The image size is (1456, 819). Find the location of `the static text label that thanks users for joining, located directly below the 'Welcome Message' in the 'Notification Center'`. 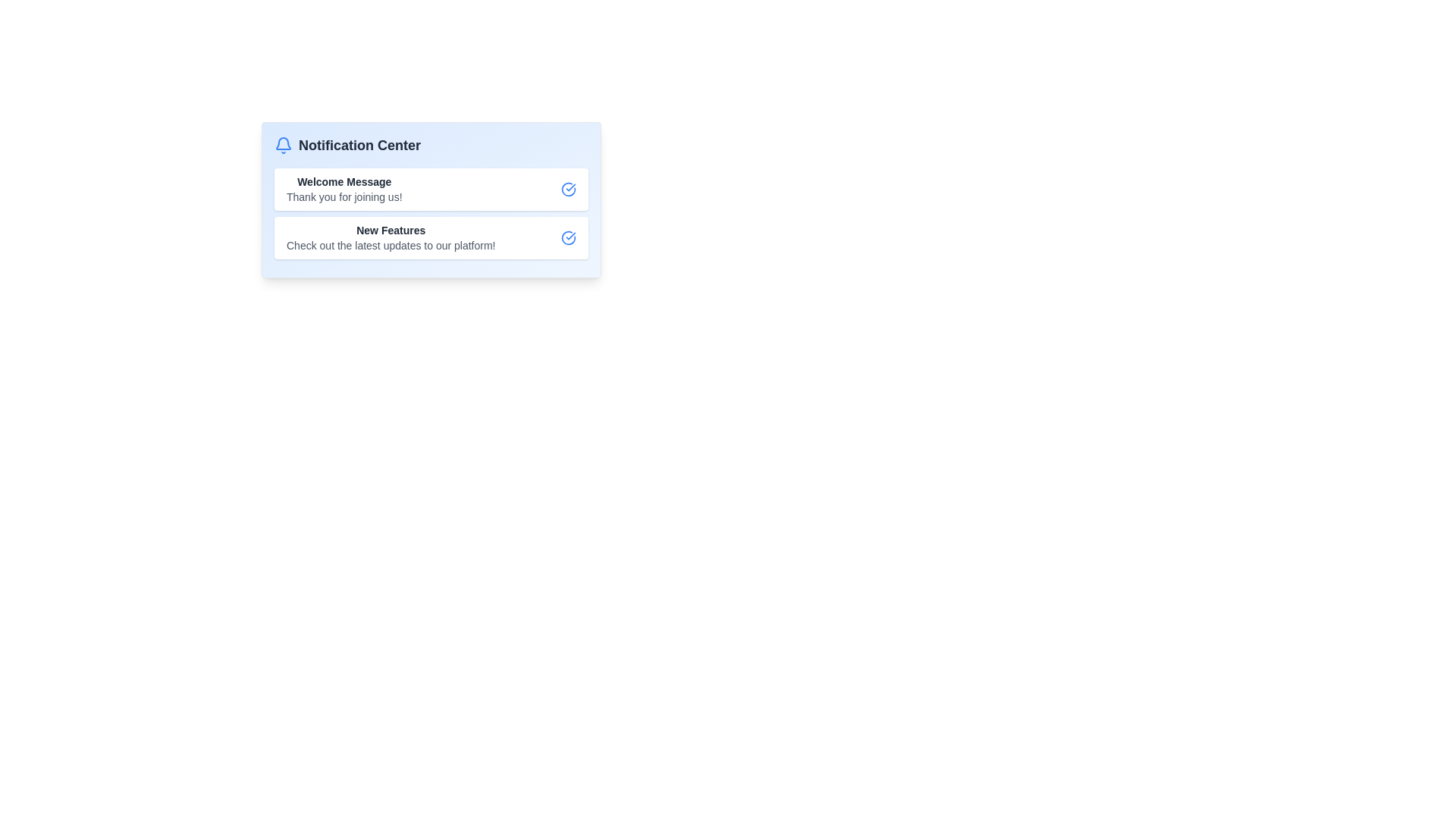

the static text label that thanks users for joining, located directly below the 'Welcome Message' in the 'Notification Center' is located at coordinates (344, 196).